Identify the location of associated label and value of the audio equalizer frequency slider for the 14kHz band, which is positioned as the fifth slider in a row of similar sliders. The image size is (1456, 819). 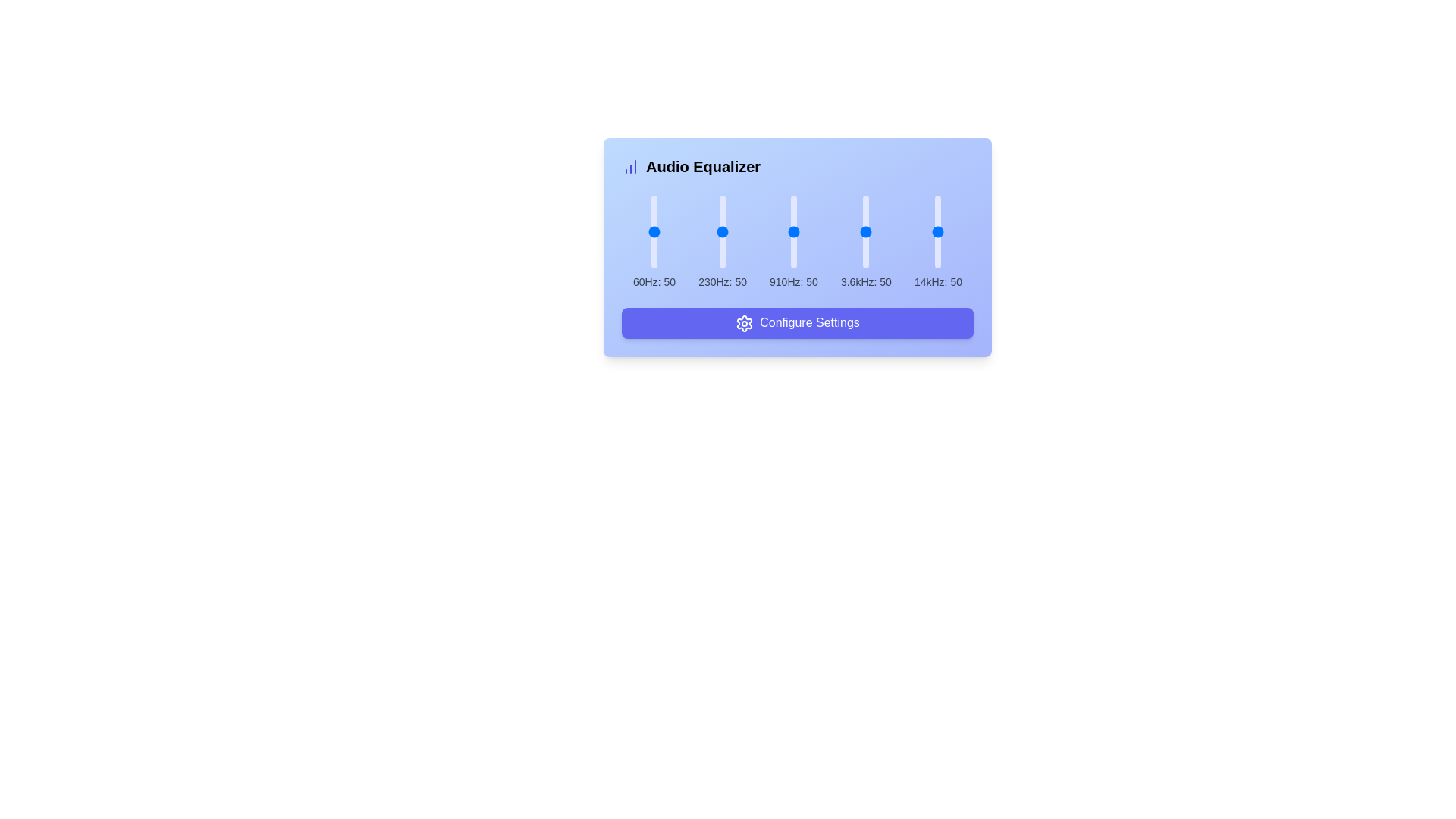
(937, 242).